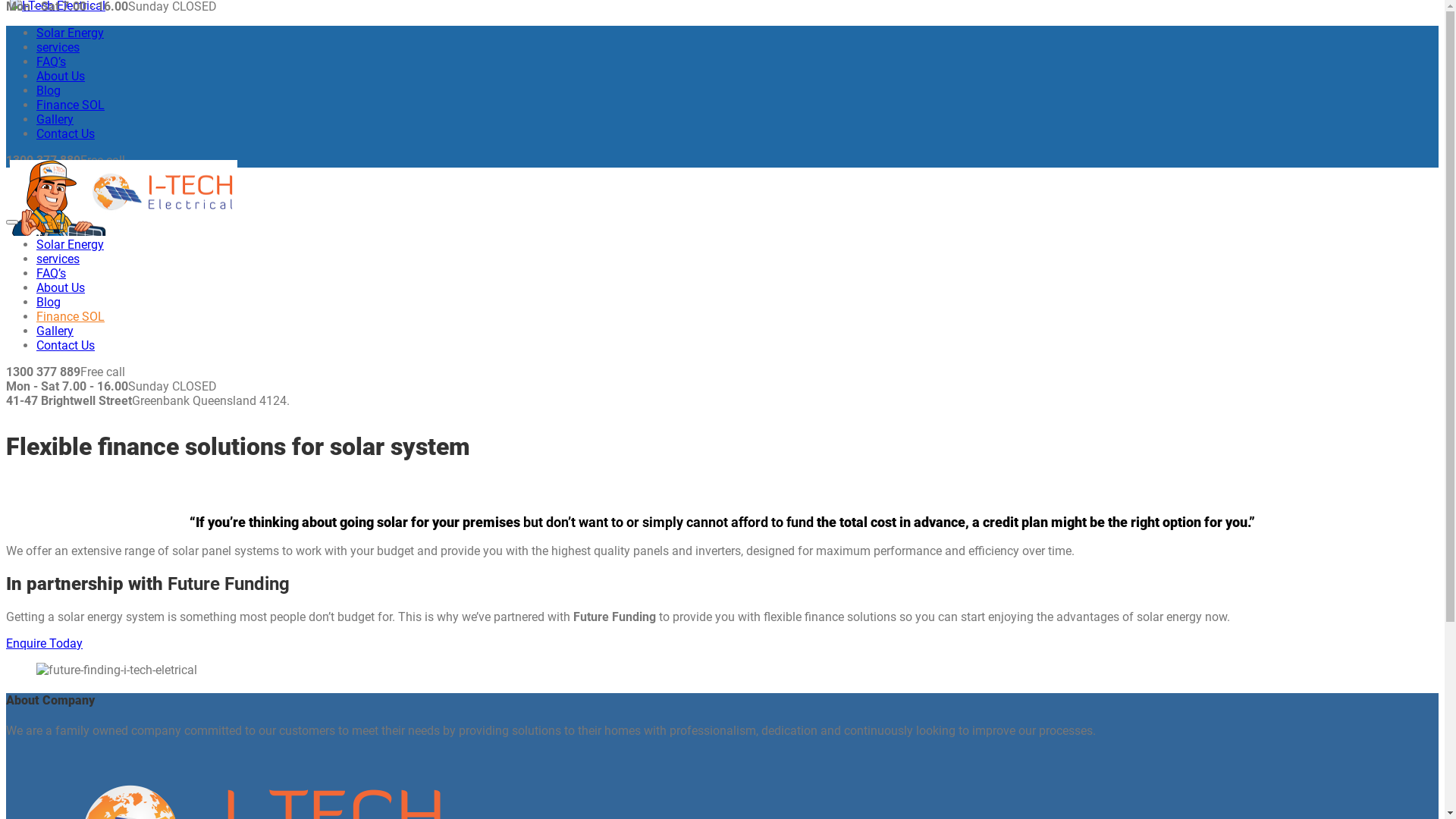  Describe the element at coordinates (58, 258) in the screenshot. I see `'services'` at that location.